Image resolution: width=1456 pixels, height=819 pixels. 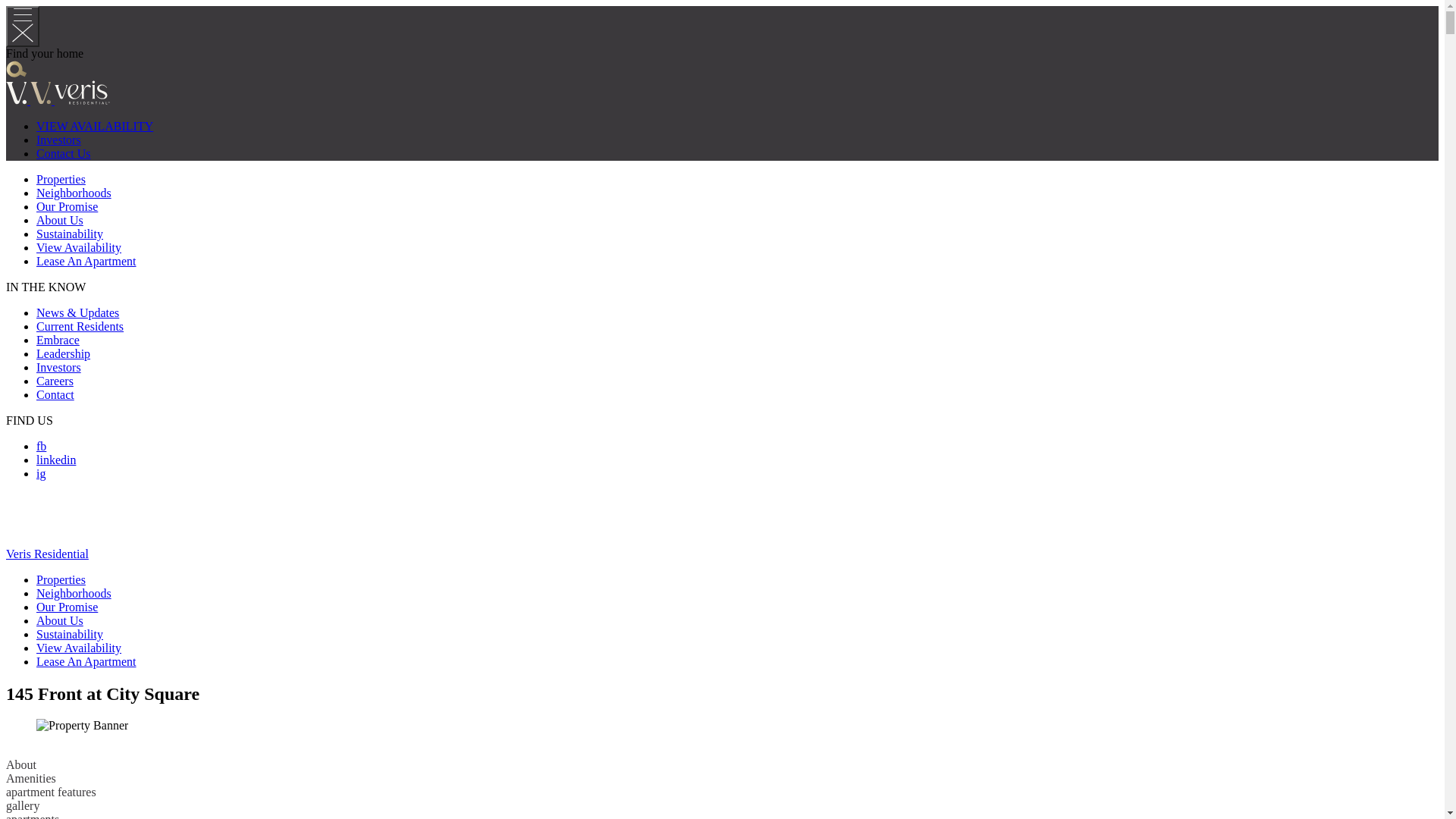 I want to click on 'Embrace', so click(x=36, y=339).